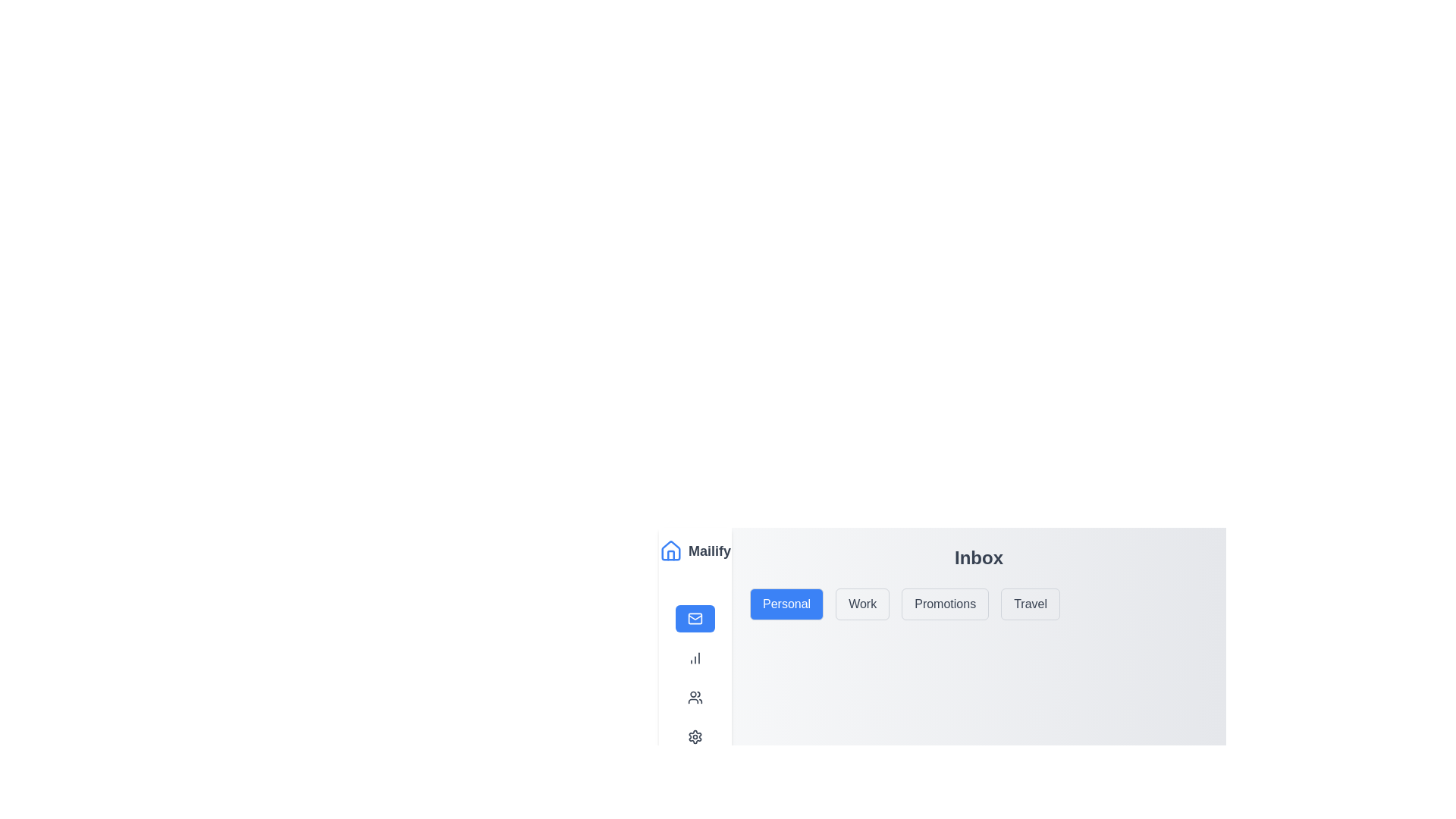 Image resolution: width=1456 pixels, height=819 pixels. I want to click on the navigation button with a blue background and white envelope icon, so click(694, 619).